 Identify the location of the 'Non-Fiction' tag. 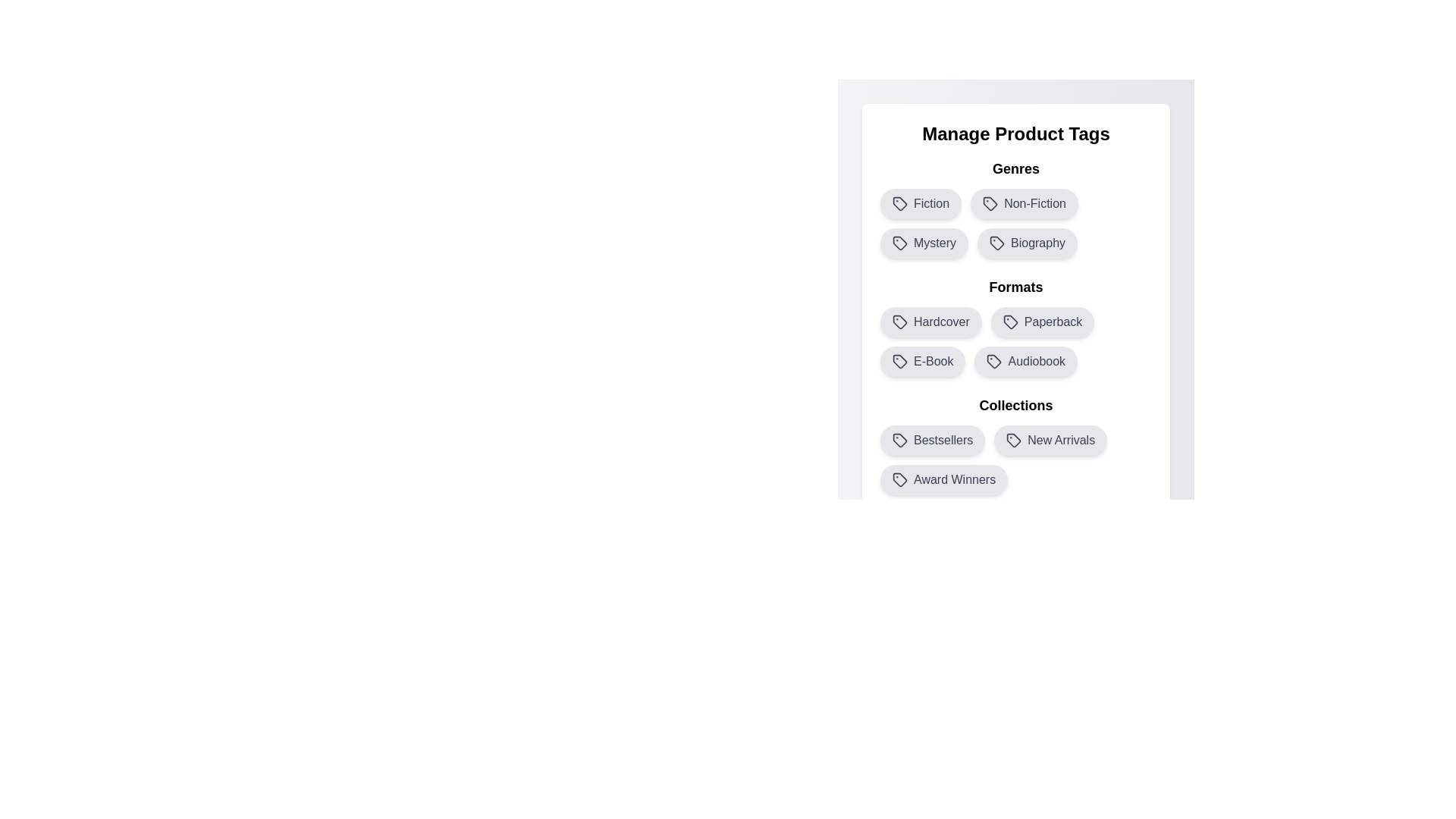
(1015, 208).